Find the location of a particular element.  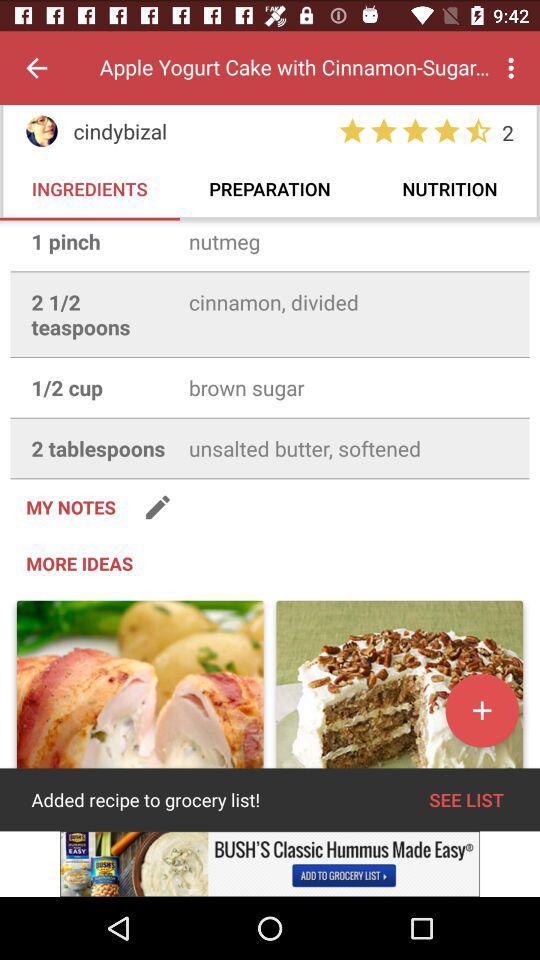

the first star is located at coordinates (351, 130).